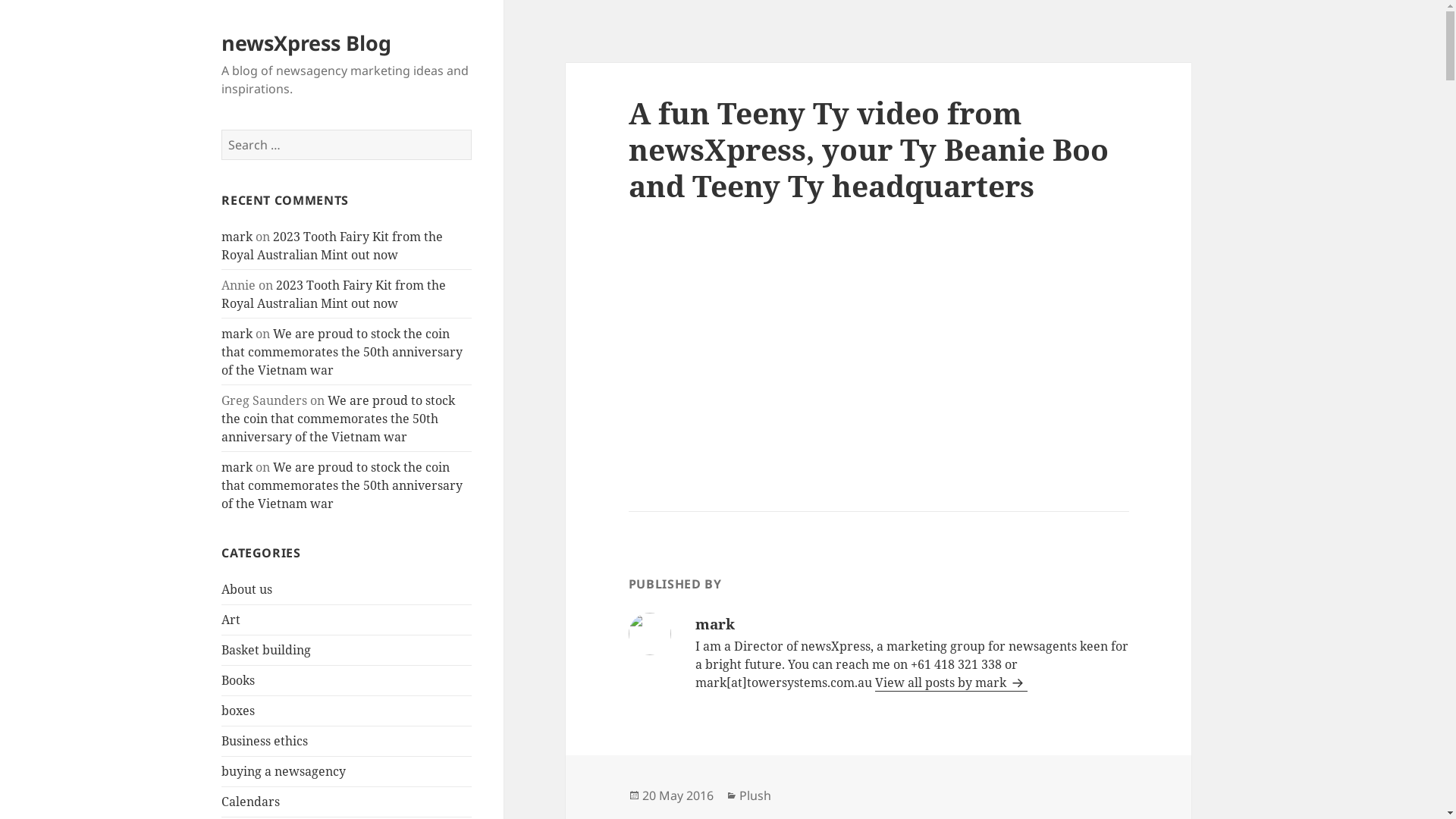  I want to click on 'Plush', so click(755, 795).